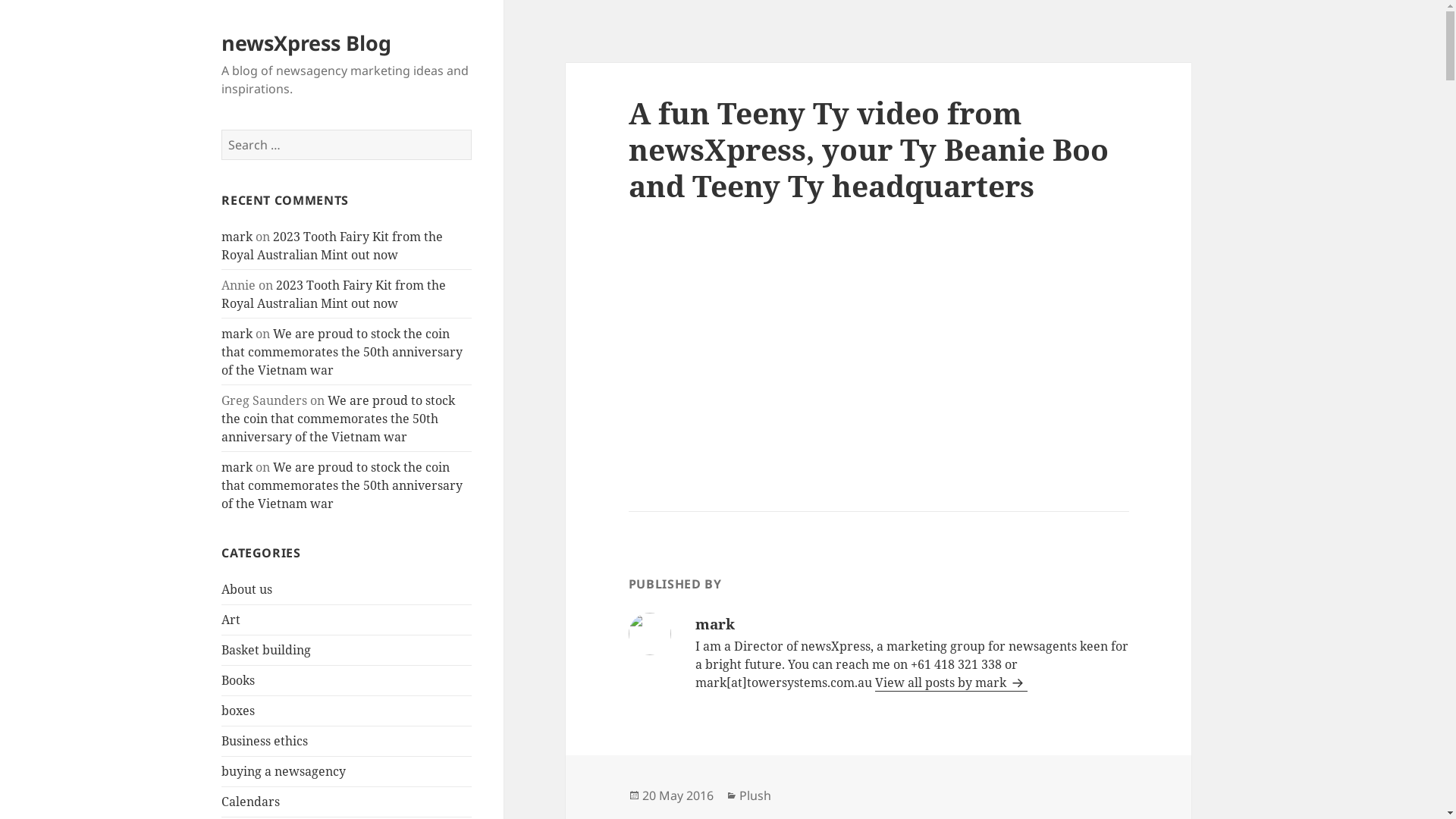  I want to click on 'Plush', so click(755, 795).